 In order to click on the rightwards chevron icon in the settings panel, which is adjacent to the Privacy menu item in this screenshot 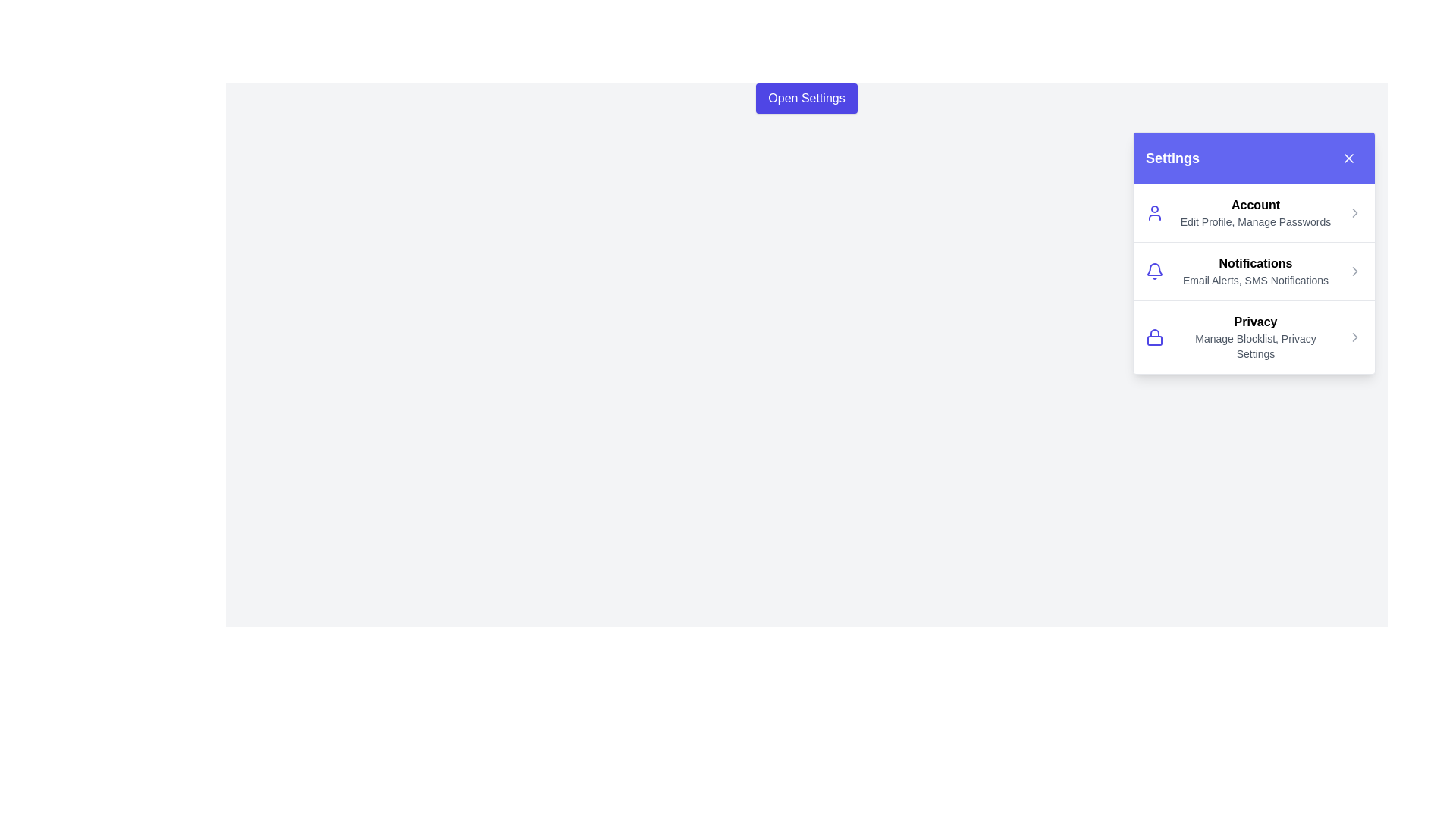, I will do `click(1354, 271)`.